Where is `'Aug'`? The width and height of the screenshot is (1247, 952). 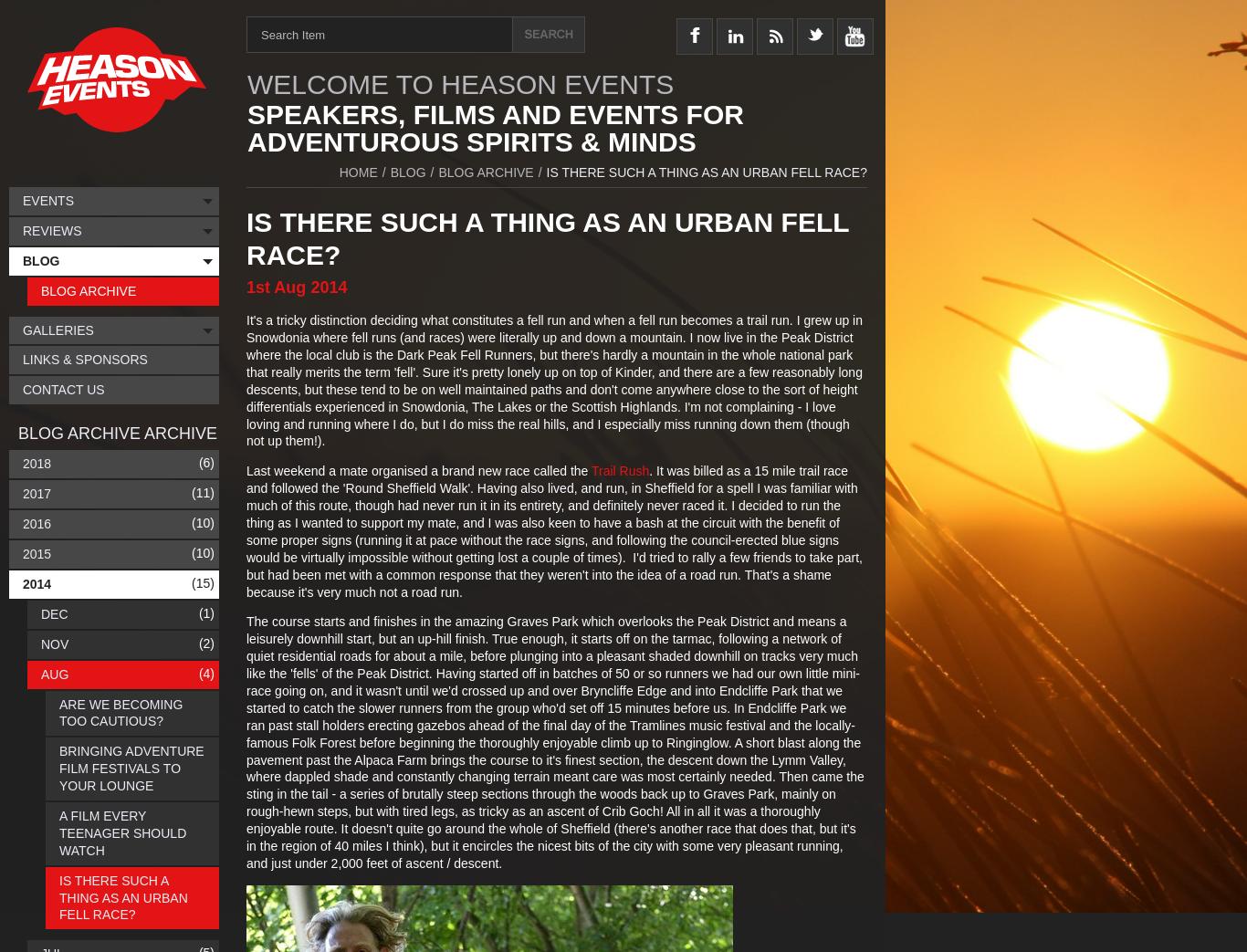 'Aug' is located at coordinates (40, 674).